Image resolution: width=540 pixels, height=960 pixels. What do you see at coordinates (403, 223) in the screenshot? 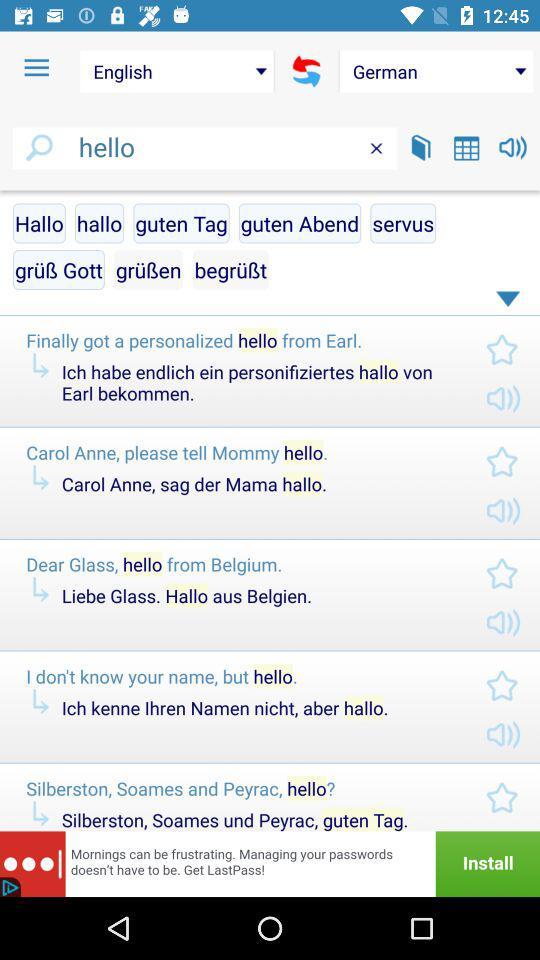
I see `servus` at bounding box center [403, 223].